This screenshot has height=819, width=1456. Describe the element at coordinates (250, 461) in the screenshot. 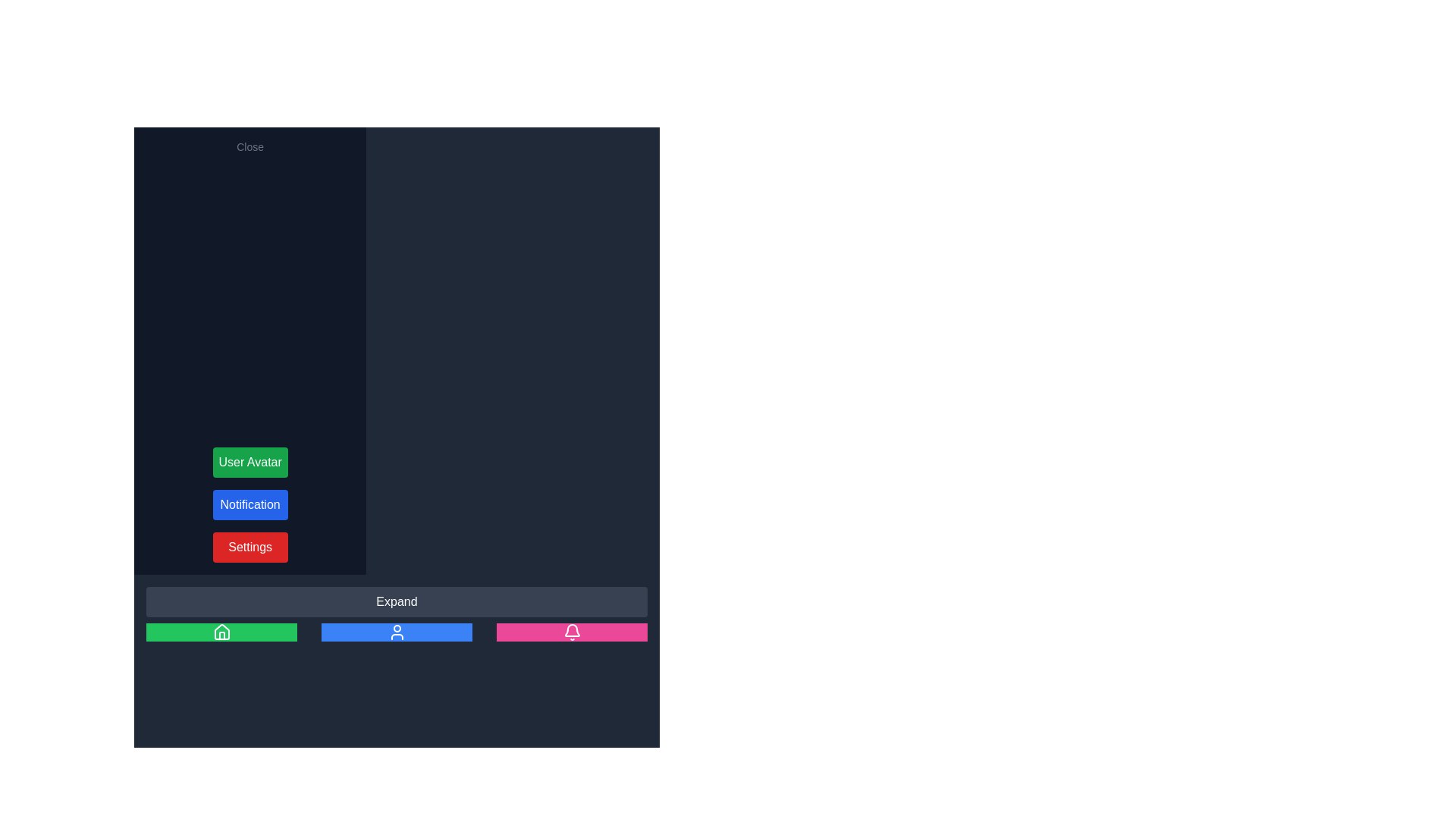

I see `the 'User Avatar' button, which is a green rectangular element with rounded corners and white text, positioned at the top of three vertically aligned buttons` at that location.